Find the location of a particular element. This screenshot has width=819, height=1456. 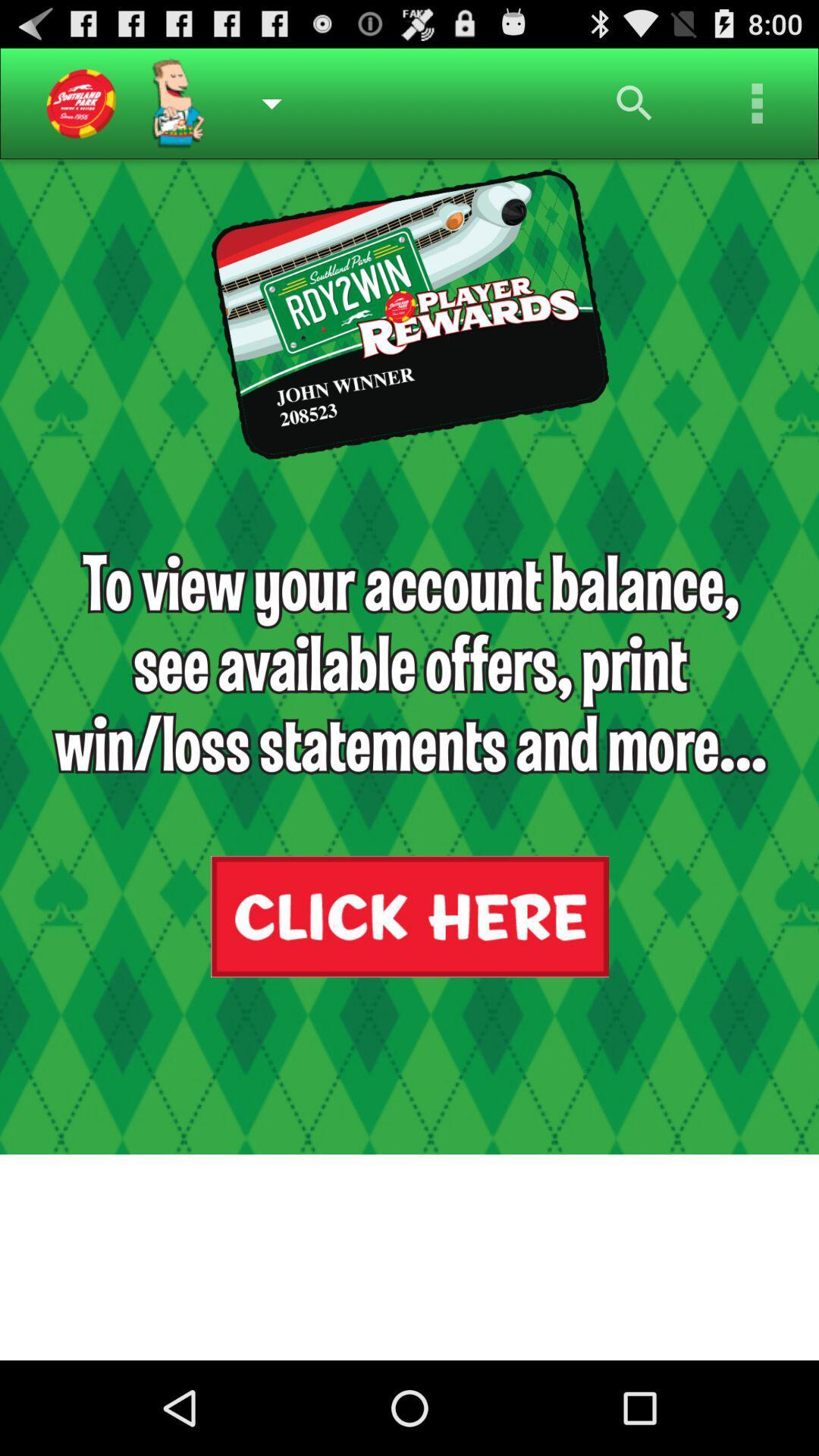

menu is located at coordinates (758, 102).